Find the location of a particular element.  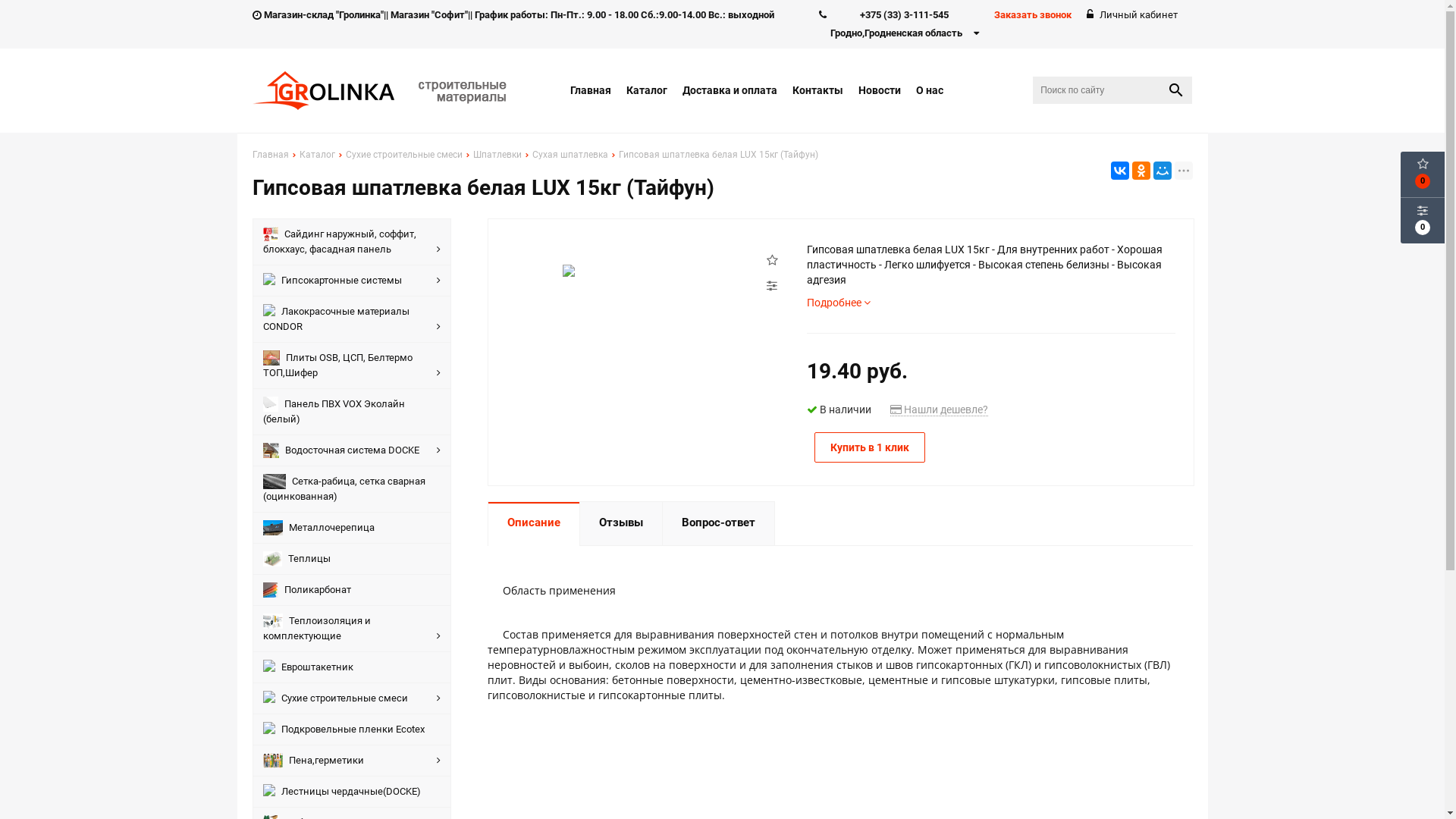

'search' is located at coordinates (1175, 90).